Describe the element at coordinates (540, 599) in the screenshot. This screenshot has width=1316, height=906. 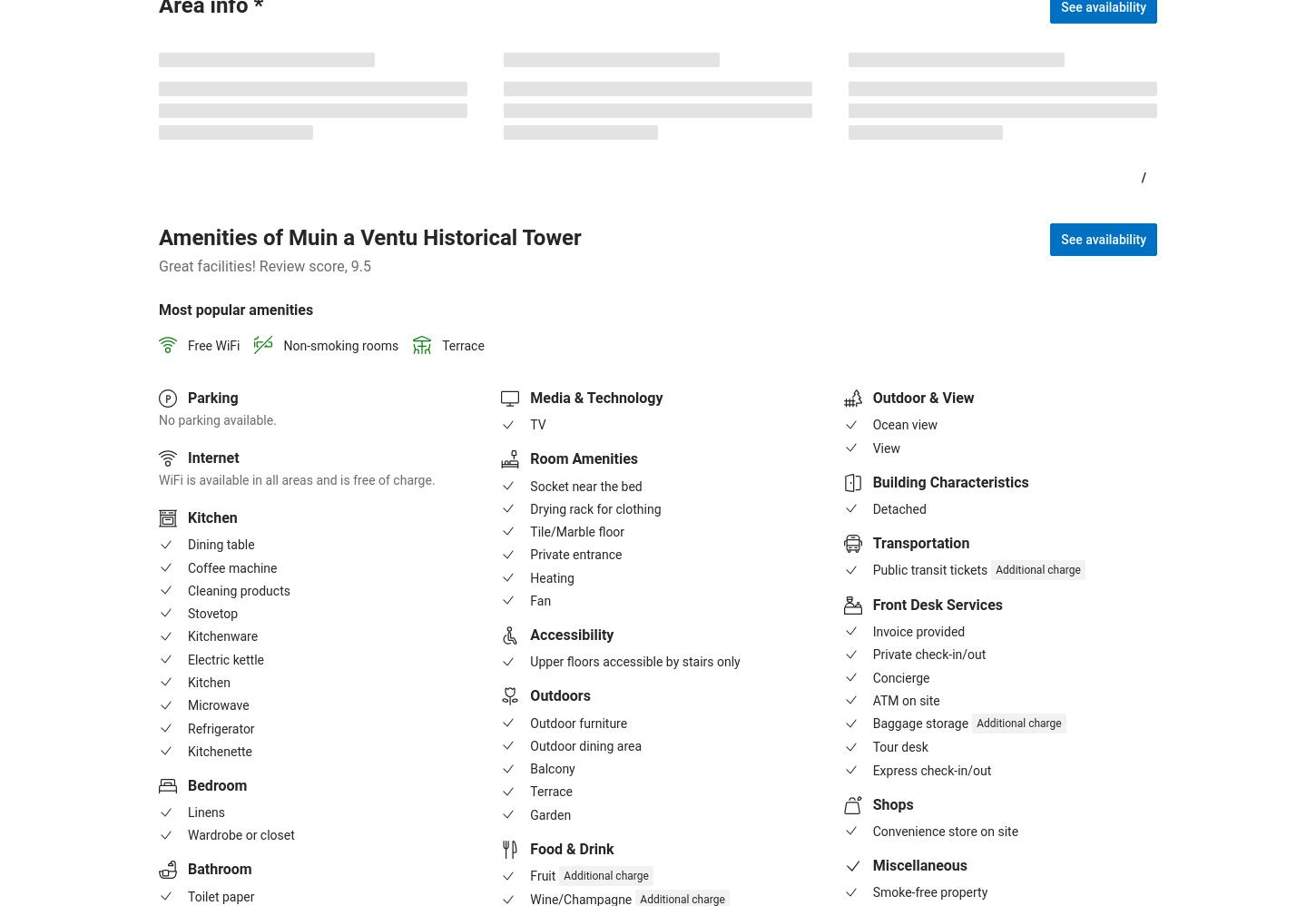
I see `'Fan'` at that location.